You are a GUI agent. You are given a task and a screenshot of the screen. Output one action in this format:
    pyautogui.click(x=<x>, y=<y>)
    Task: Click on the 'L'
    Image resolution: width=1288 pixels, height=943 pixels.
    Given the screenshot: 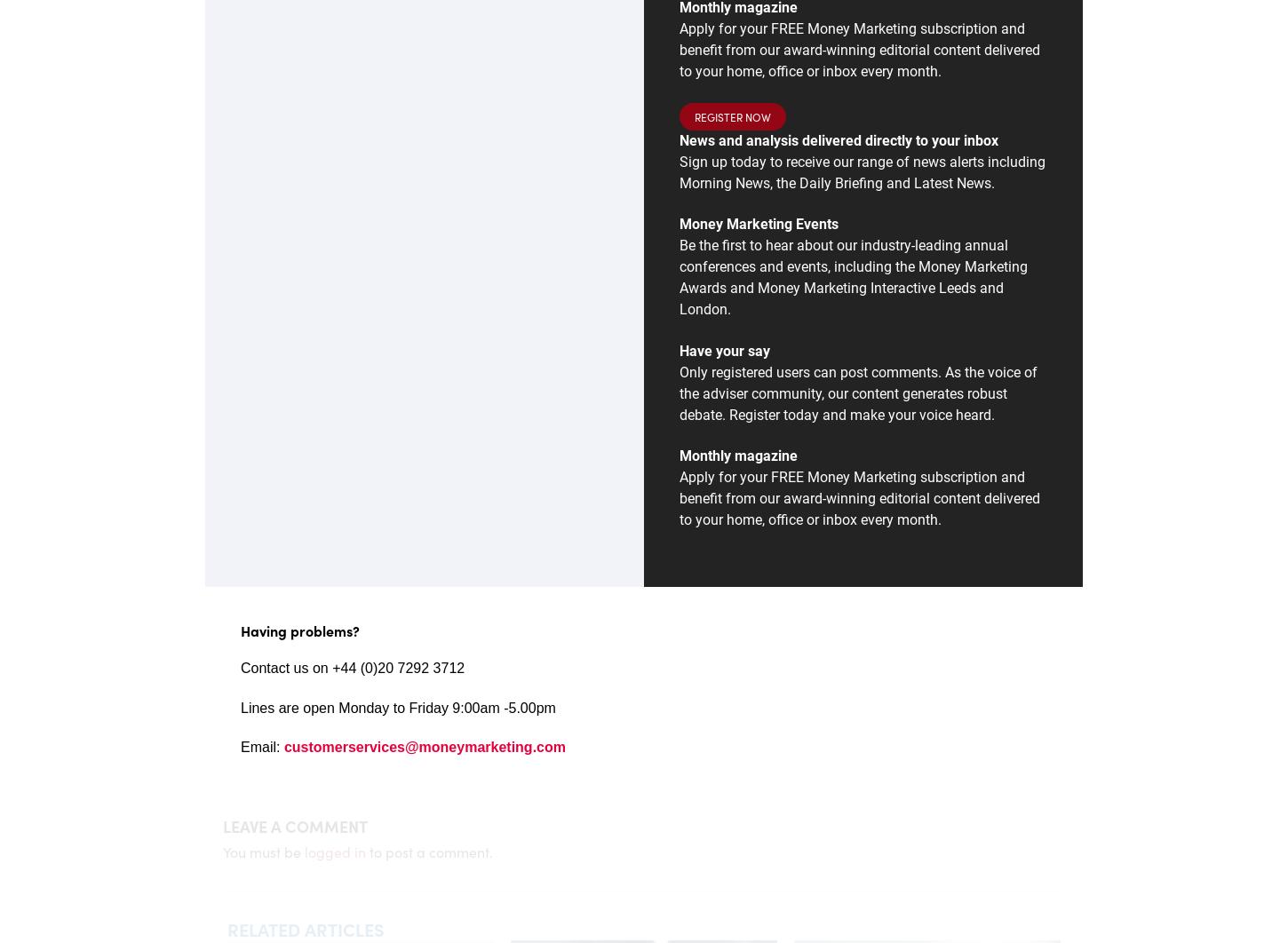 What is the action you would take?
    pyautogui.click(x=241, y=707)
    